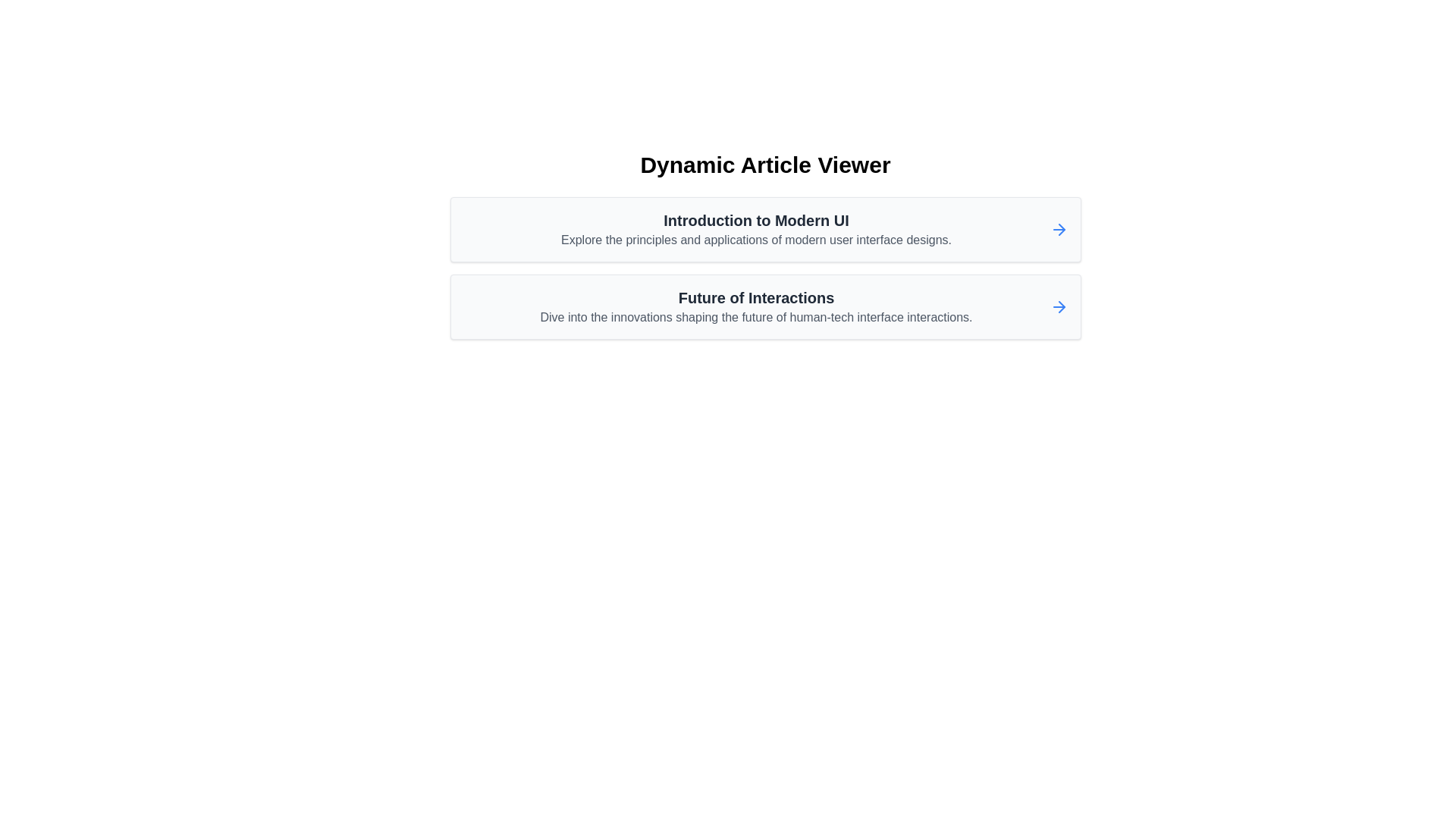 This screenshot has height=819, width=1456. I want to click on the blue arrow icon pointing to the right, located at the right side of the 'Introduction to Modern UI' section, so click(1058, 230).